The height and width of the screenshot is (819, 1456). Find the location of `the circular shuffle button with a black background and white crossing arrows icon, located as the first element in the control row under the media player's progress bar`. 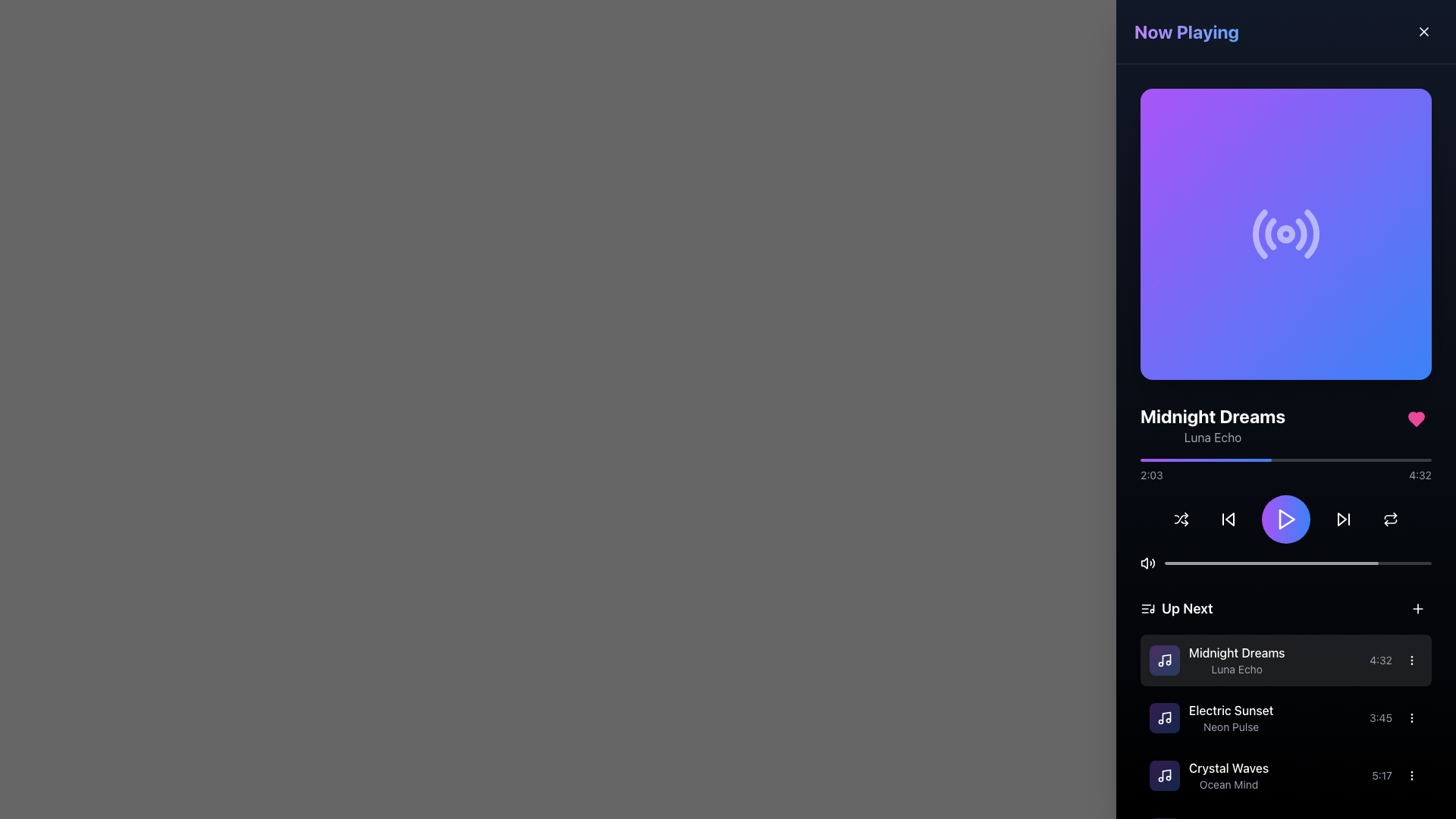

the circular shuffle button with a black background and white crossing arrows icon, located as the first element in the control row under the media player's progress bar is located at coordinates (1181, 519).